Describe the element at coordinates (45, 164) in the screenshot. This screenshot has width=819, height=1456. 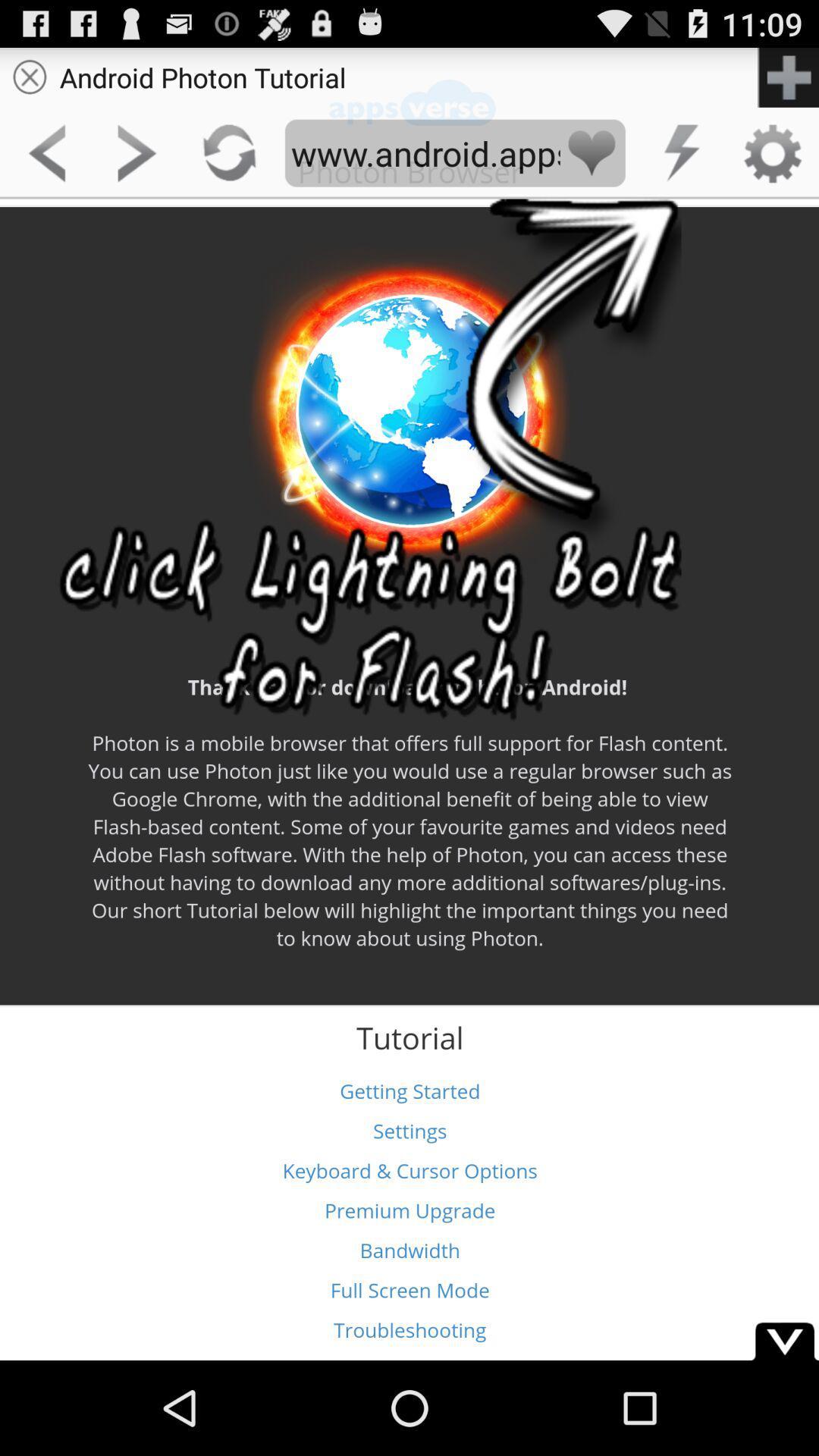
I see `the arrow_backward icon` at that location.